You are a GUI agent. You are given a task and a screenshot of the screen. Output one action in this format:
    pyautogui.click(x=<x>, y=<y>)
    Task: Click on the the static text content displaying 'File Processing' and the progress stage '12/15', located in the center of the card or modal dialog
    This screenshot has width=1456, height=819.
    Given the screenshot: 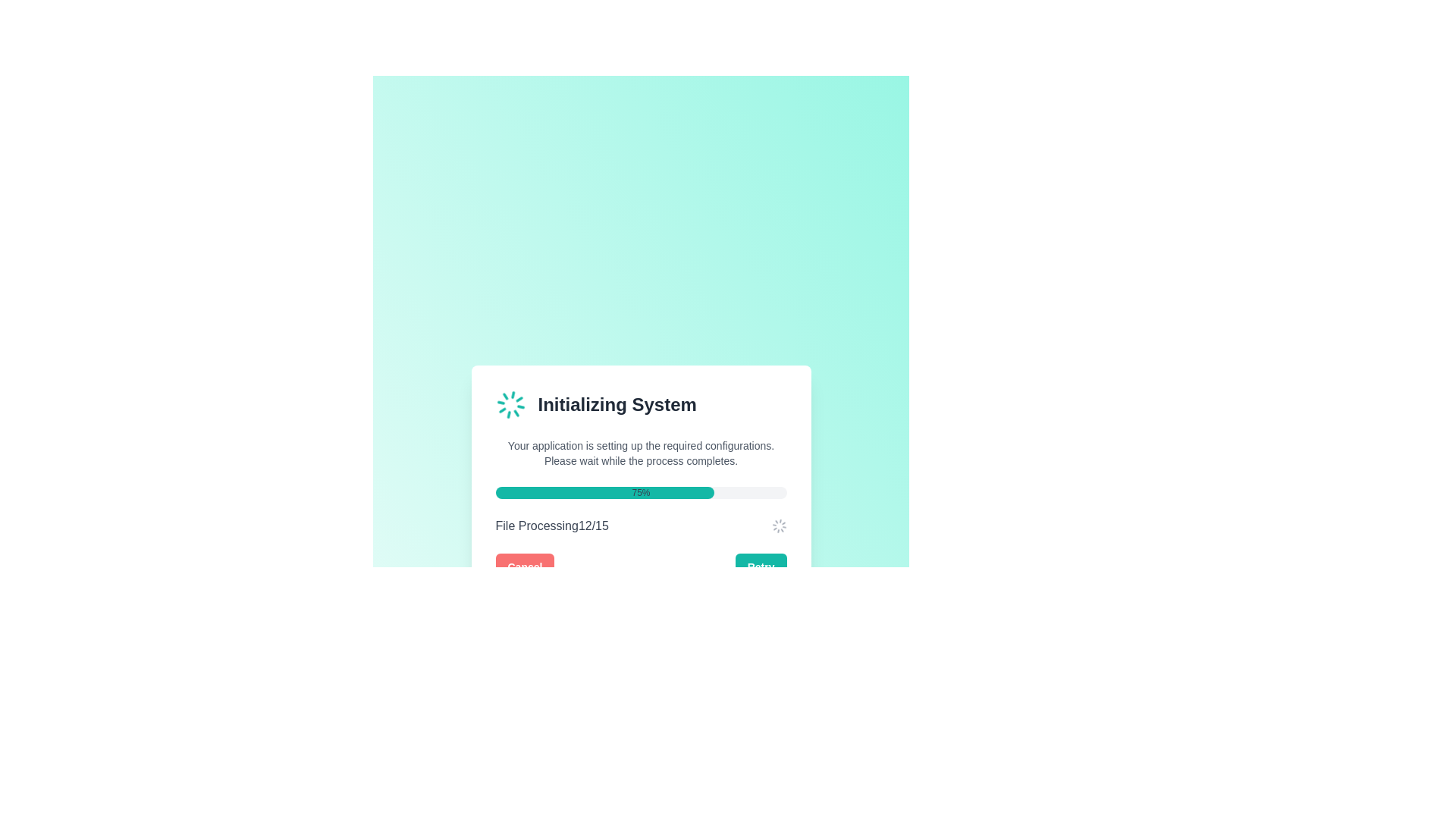 What is the action you would take?
    pyautogui.click(x=551, y=526)
    